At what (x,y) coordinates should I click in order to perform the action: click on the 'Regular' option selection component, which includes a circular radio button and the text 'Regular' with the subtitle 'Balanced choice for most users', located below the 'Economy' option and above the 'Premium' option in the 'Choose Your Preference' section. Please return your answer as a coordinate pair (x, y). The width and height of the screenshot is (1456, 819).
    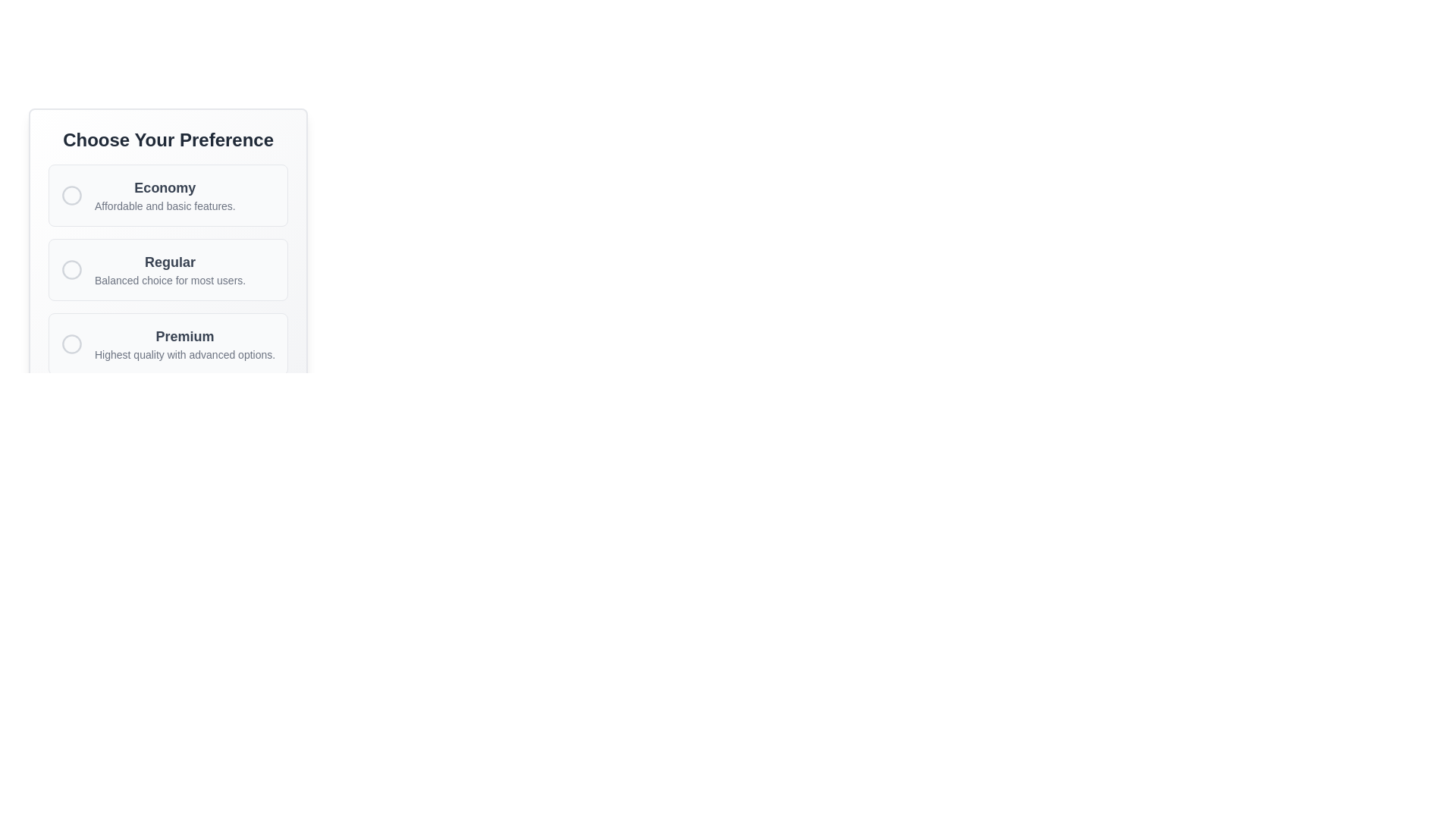
    Looking at the image, I should click on (168, 268).